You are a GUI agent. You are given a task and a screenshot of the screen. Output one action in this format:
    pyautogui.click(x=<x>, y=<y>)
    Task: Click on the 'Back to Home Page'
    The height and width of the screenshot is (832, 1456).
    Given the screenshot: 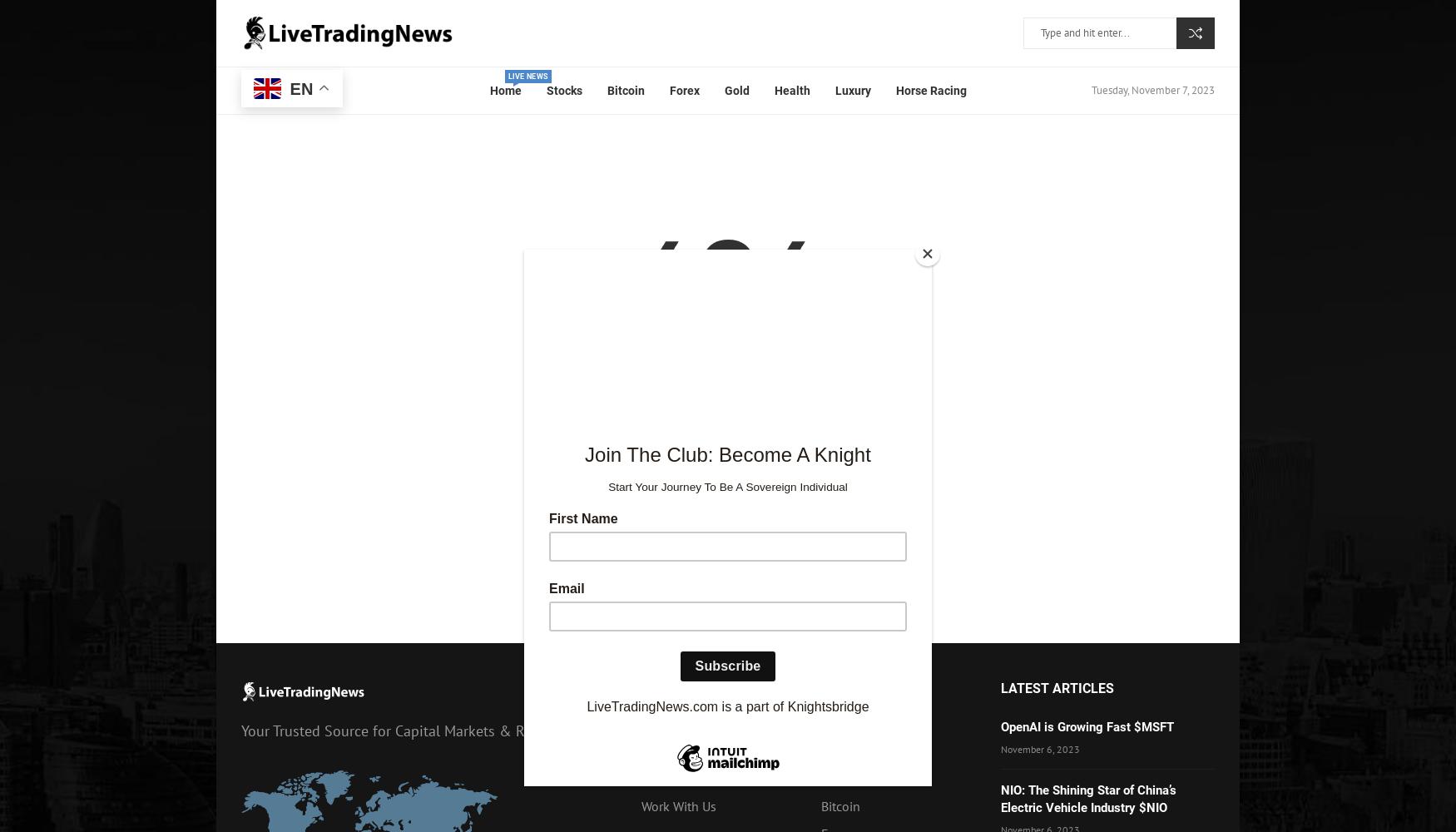 What is the action you would take?
    pyautogui.click(x=728, y=512)
    